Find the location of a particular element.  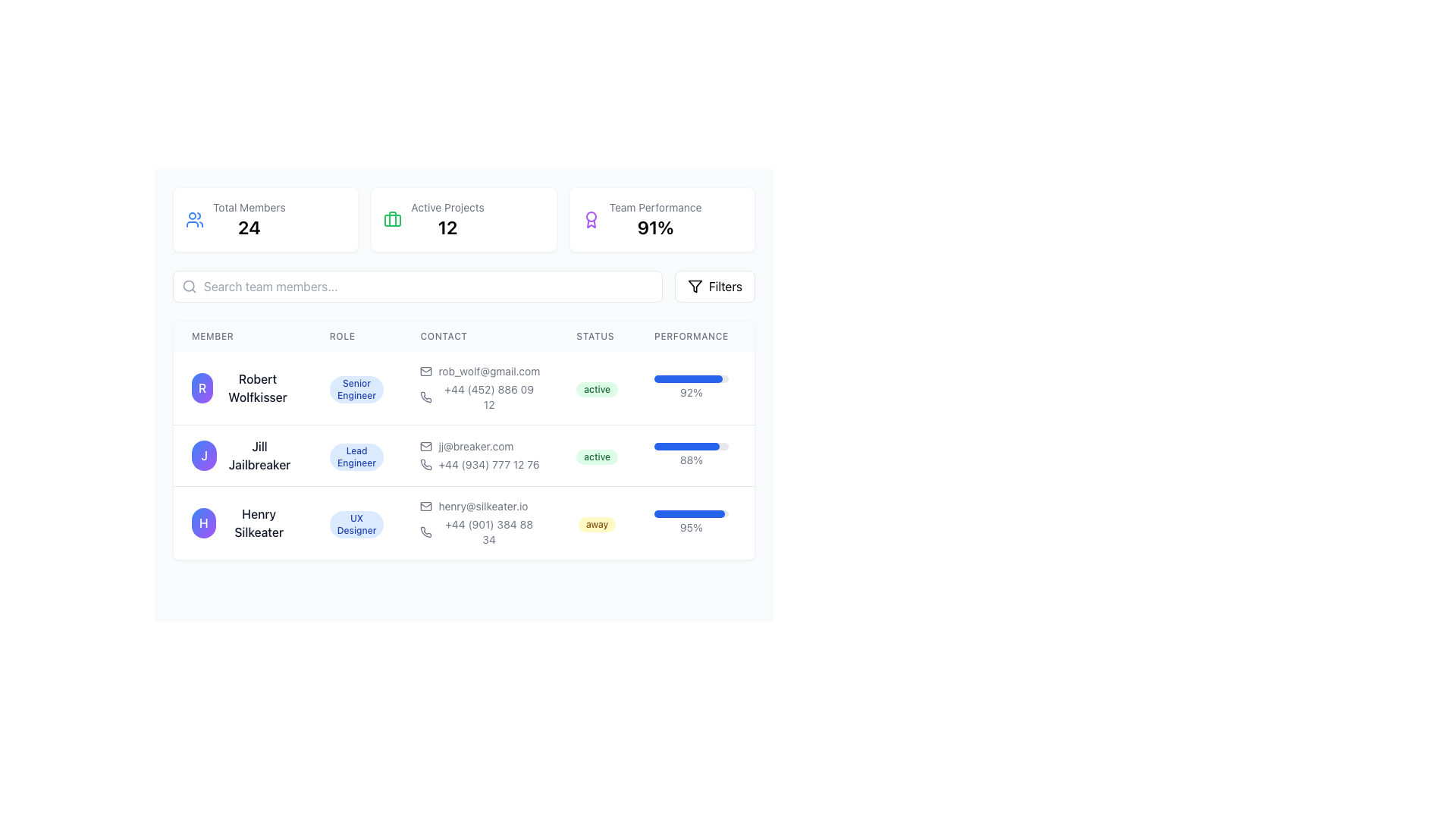

the Text label displaying the email address in the second row of the 'Contact' column, located to the right of the email icon is located at coordinates (479, 446).